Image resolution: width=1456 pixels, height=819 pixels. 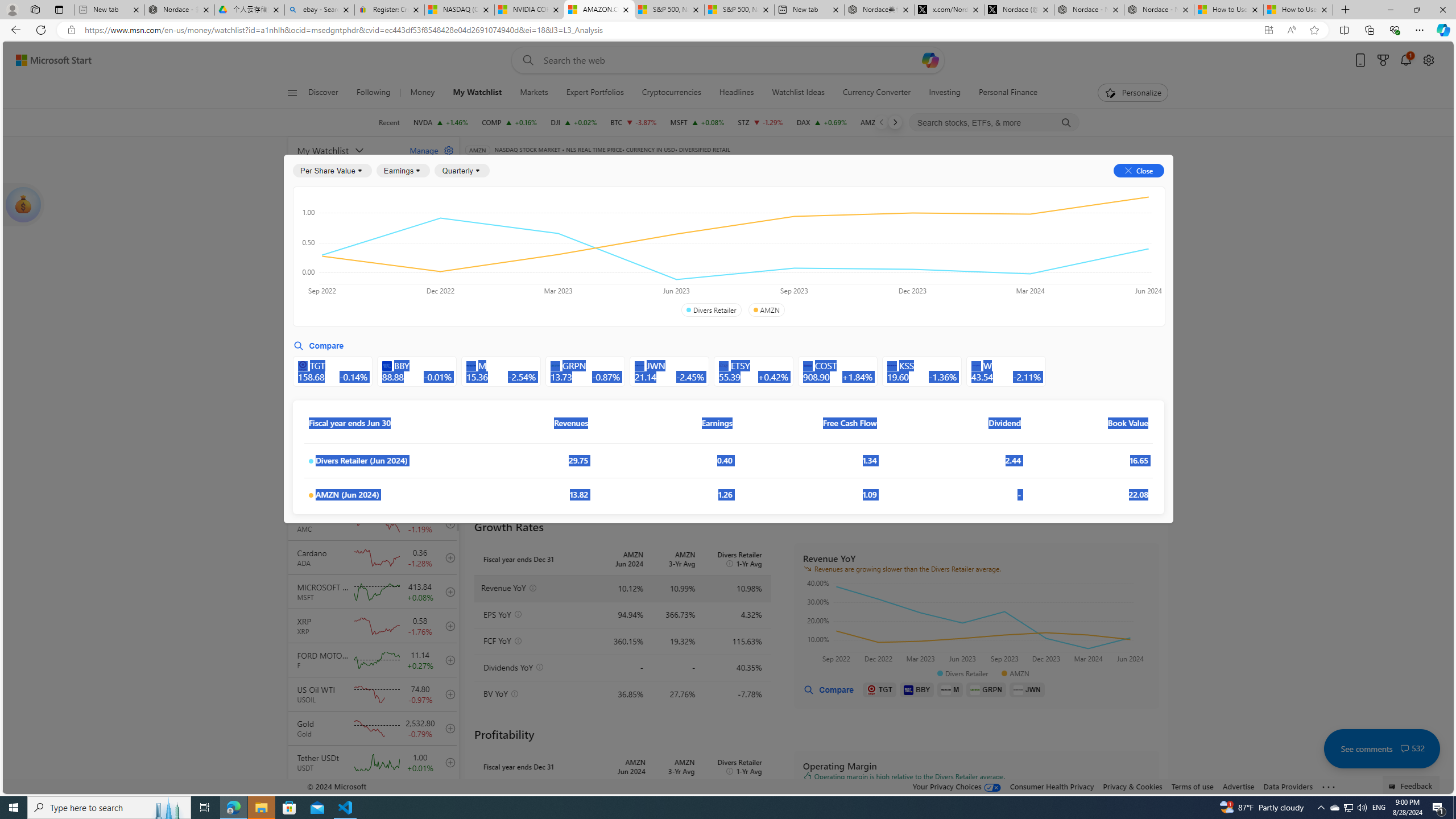 I want to click on 'show card', so click(x=23, y=205).